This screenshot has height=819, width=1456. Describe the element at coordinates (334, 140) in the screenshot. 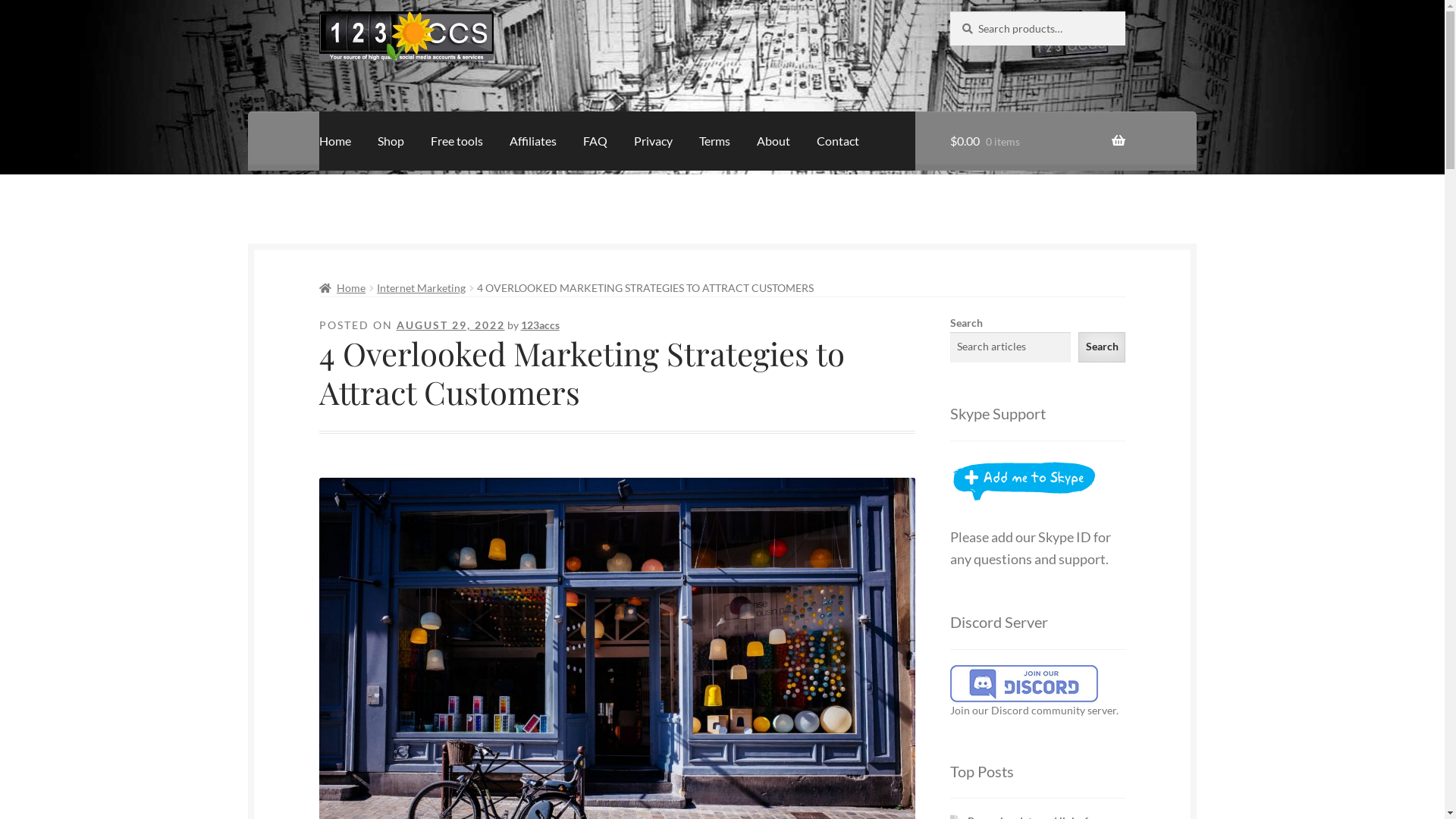

I see `'Home'` at that location.